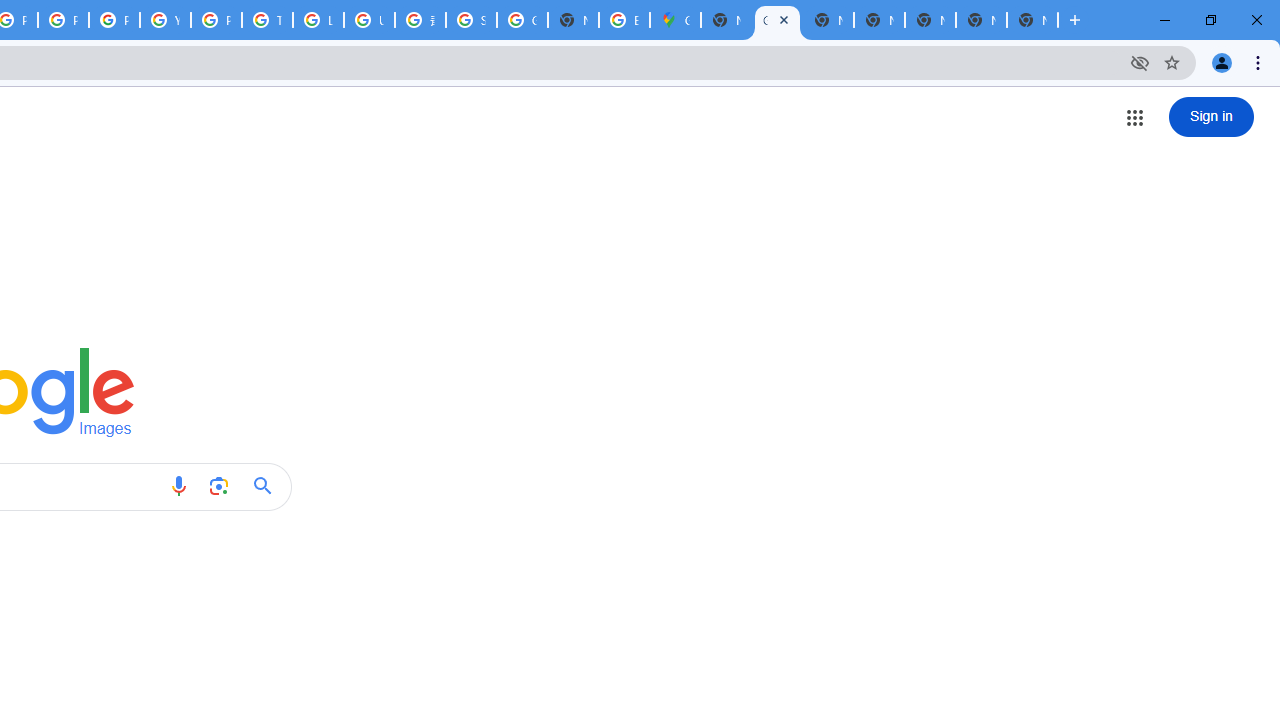 Image resolution: width=1280 pixels, height=720 pixels. Describe the element at coordinates (1032, 20) in the screenshot. I see `'New Tab'` at that location.